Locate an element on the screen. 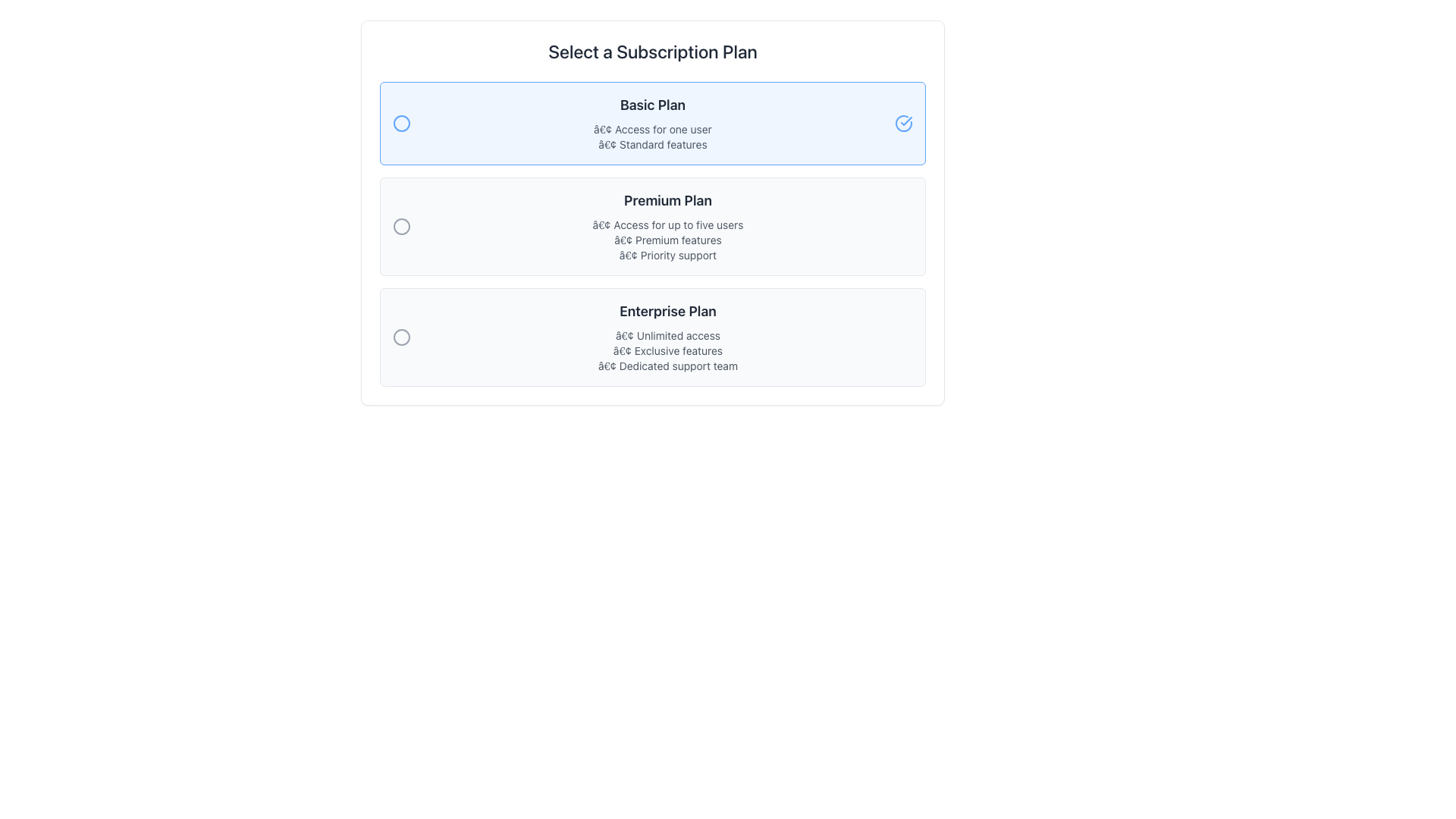  the SVG circle element with a gray outline located in the third row of subscription plans, to the left of the 'Enterprise Plan' section is located at coordinates (401, 336).